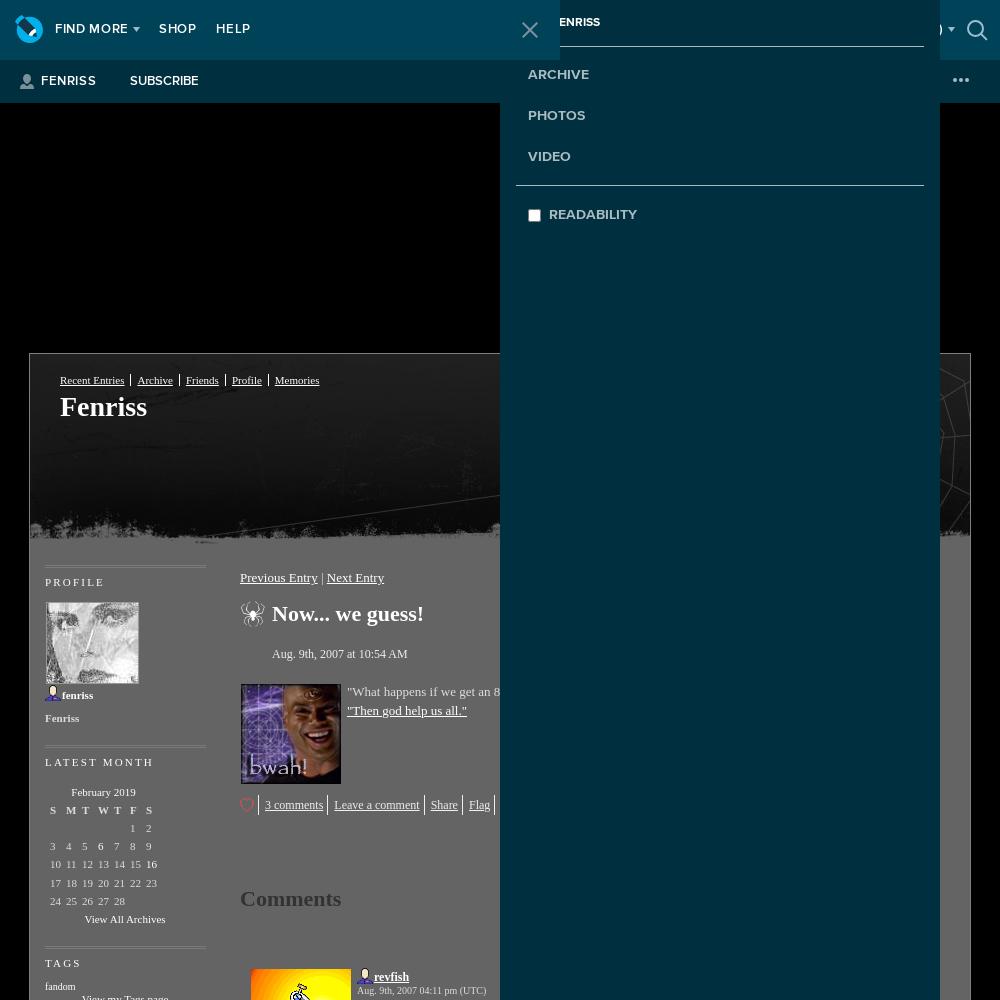  What do you see at coordinates (70, 900) in the screenshot?
I see `'25'` at bounding box center [70, 900].